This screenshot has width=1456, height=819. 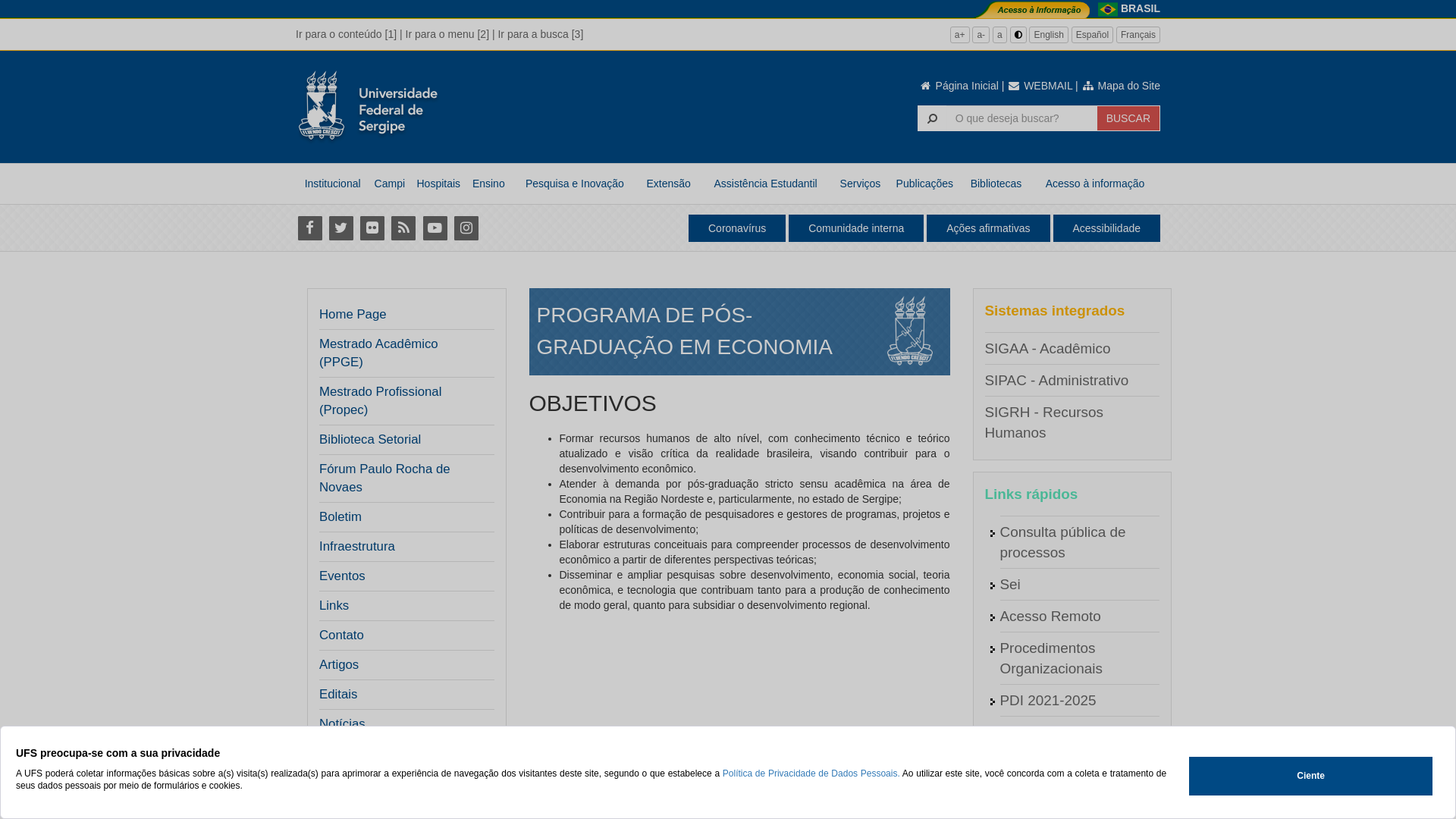 I want to click on 'BRASIL', so click(x=1140, y=8).